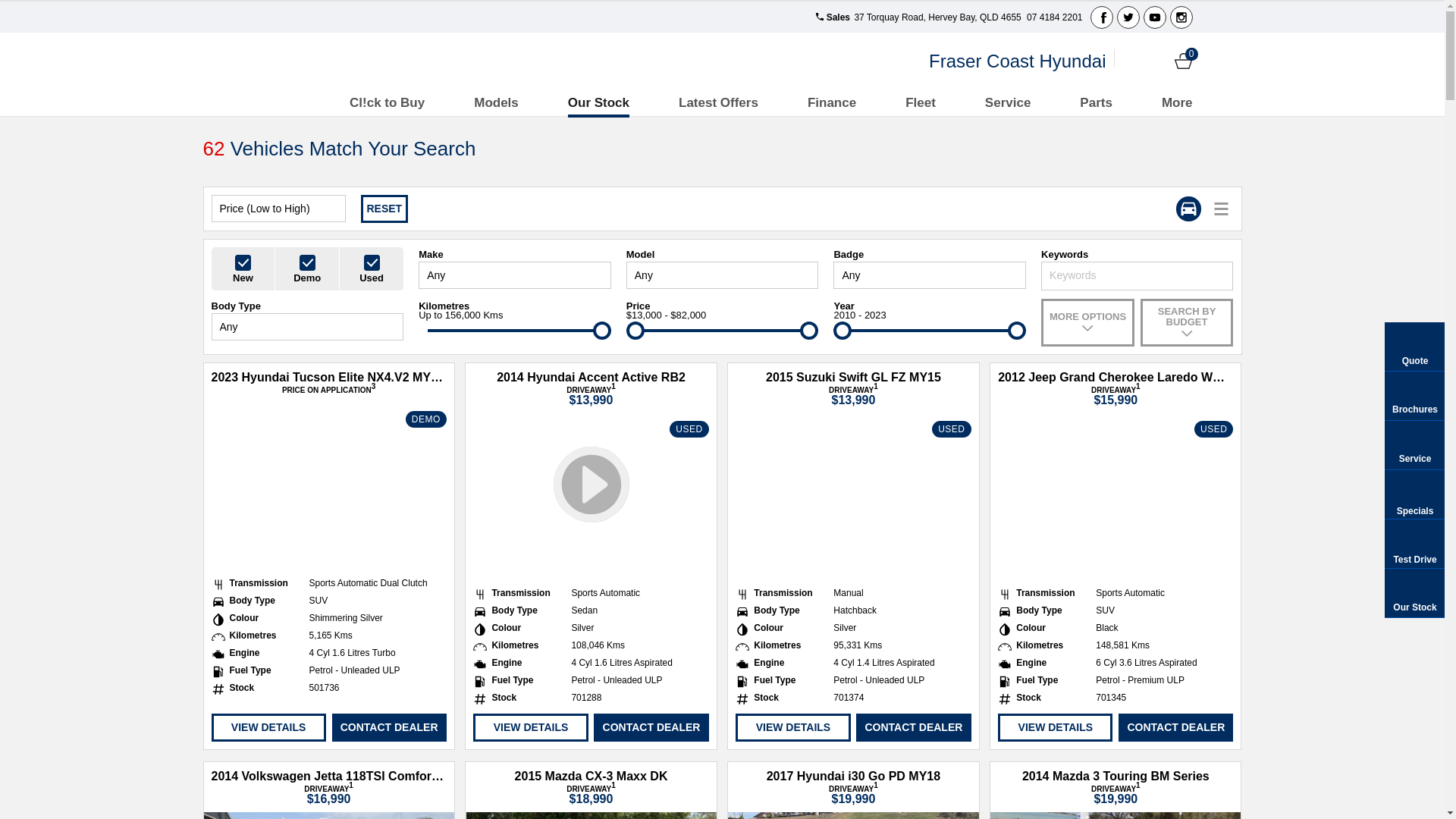  I want to click on 'Twitter', so click(1128, 17).